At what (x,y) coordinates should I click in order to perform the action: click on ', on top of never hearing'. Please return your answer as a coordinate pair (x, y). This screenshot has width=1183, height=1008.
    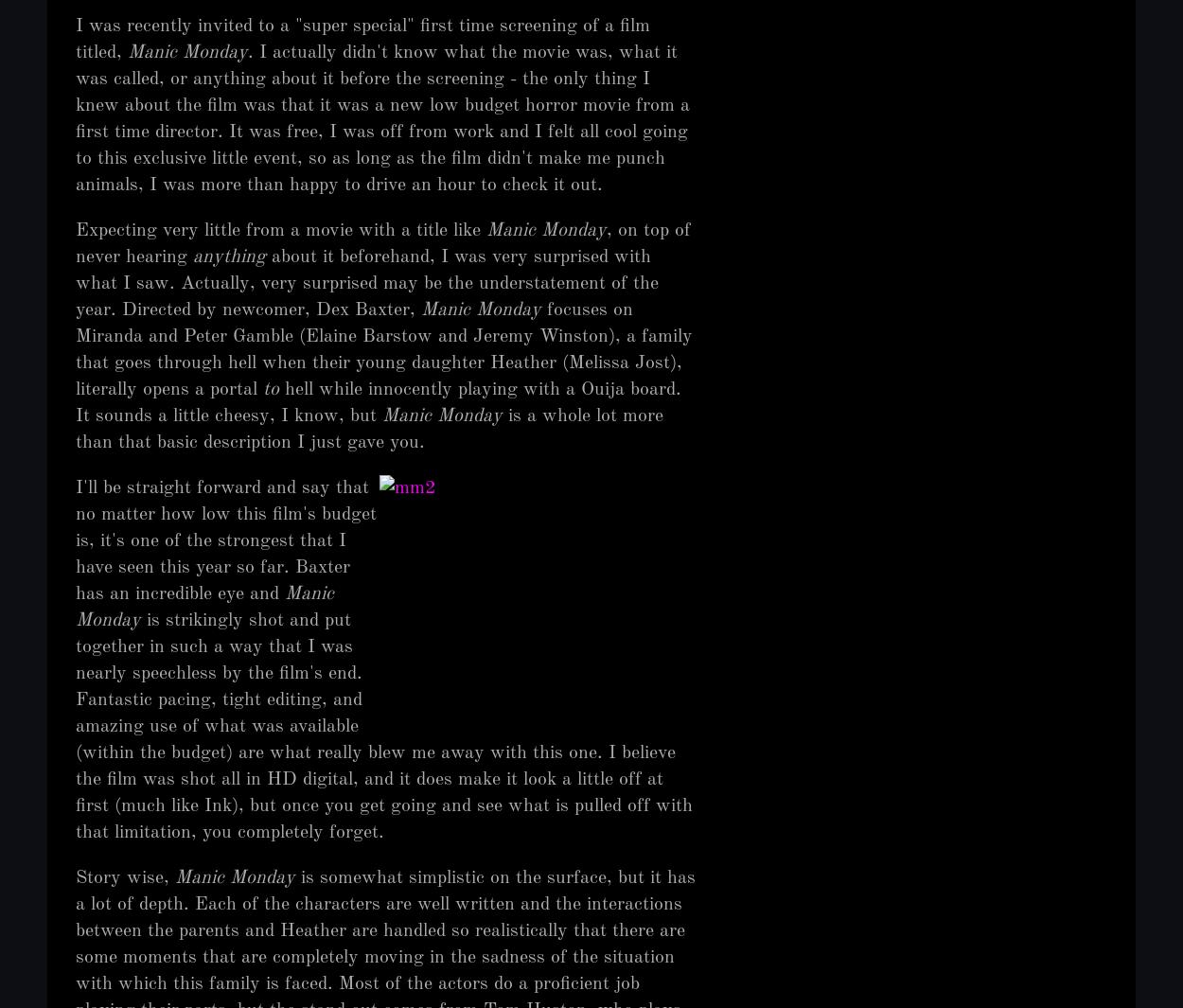
    Looking at the image, I should click on (75, 243).